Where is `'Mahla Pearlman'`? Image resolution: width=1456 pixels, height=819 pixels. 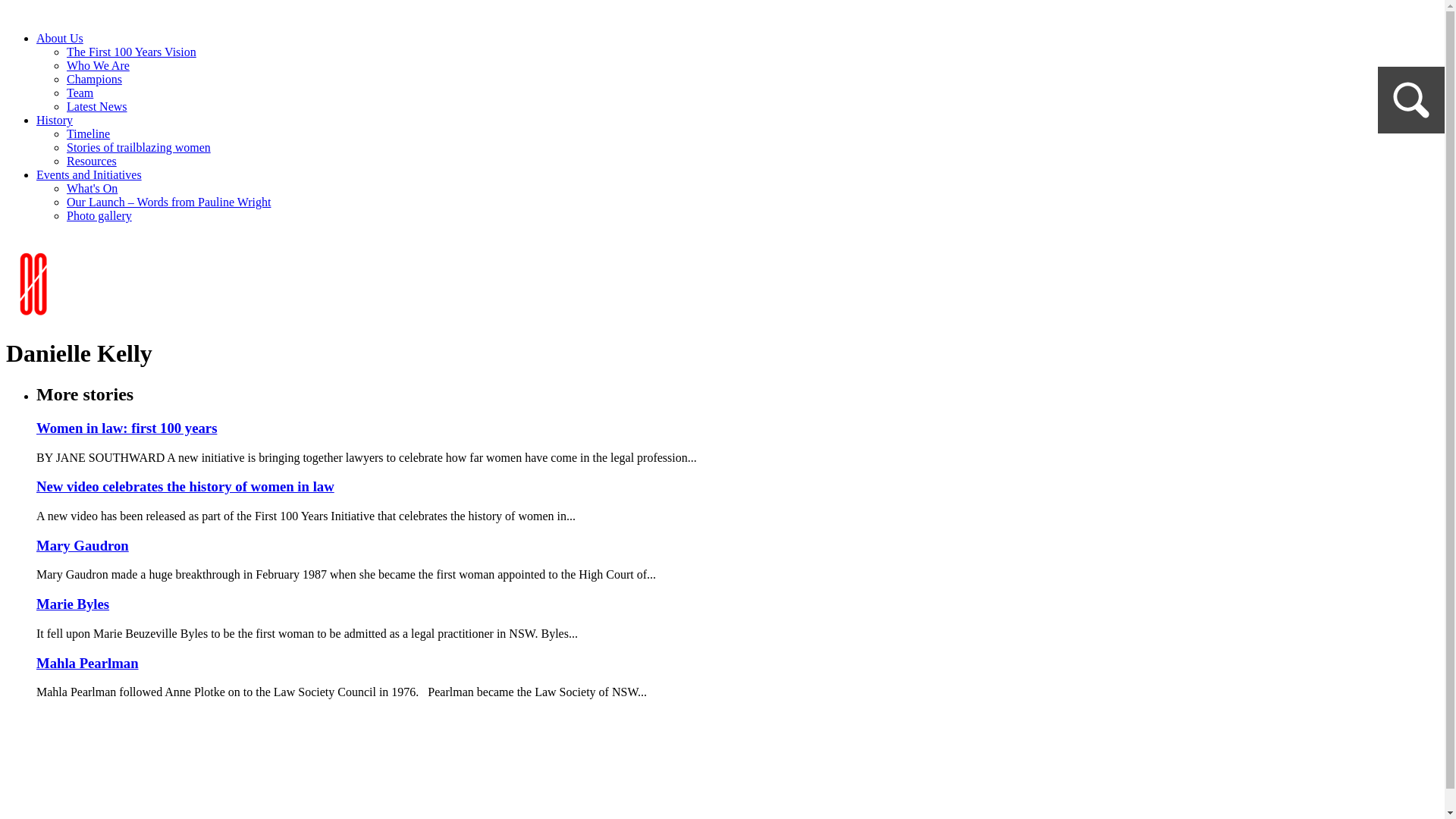
'Mahla Pearlman' is located at coordinates (86, 662).